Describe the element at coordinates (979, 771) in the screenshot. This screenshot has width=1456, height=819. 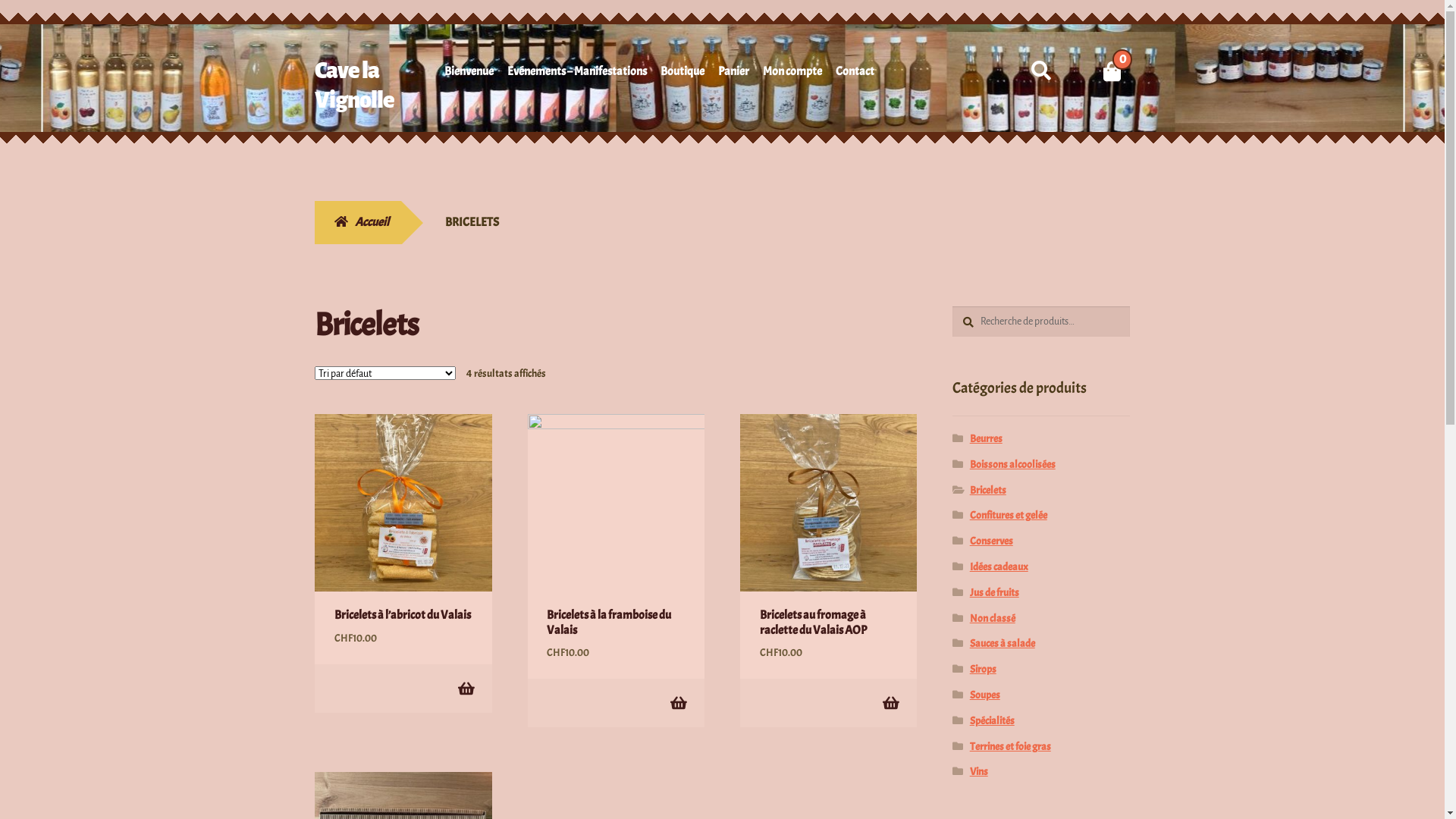
I see `'Vins'` at that location.